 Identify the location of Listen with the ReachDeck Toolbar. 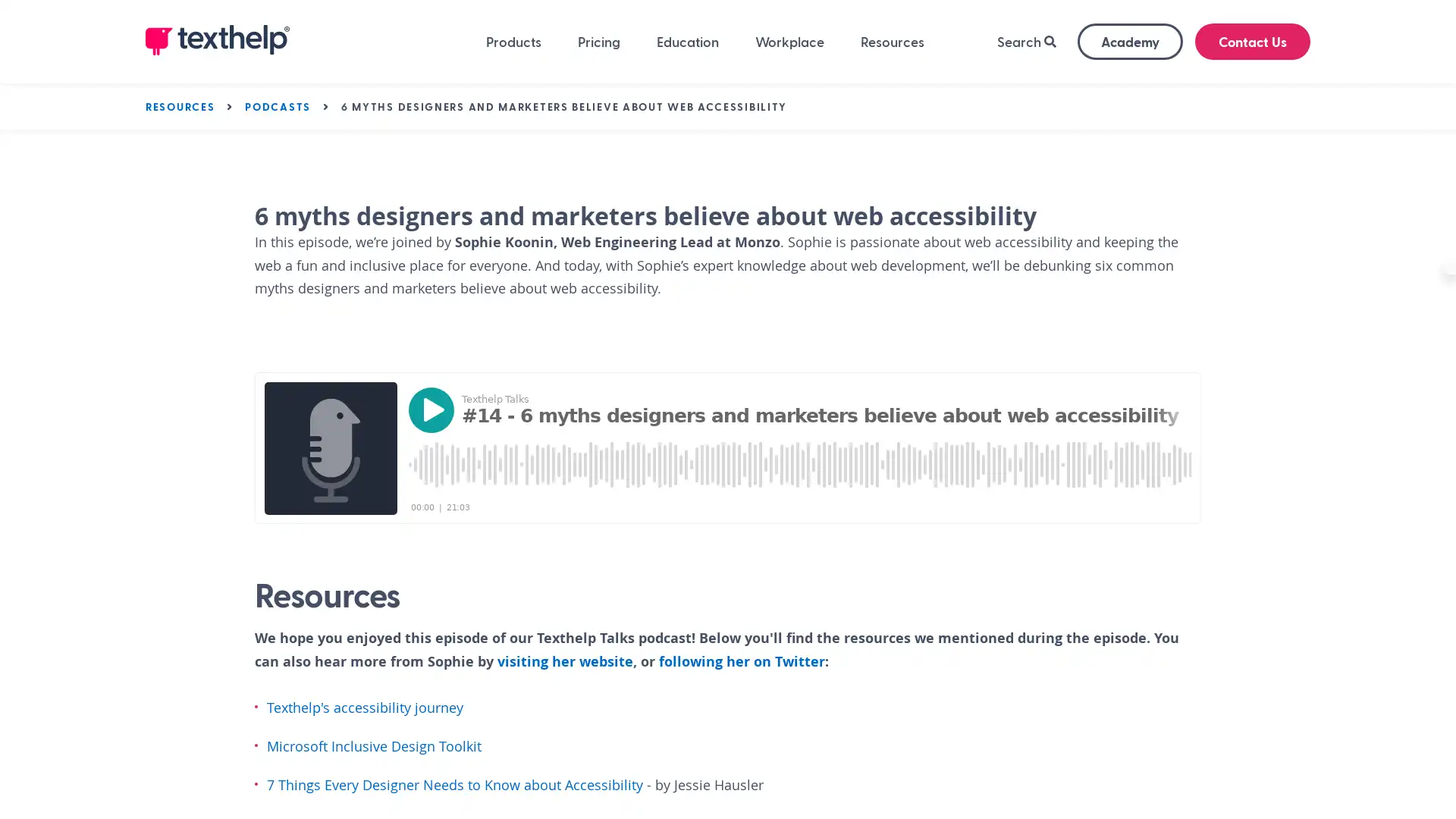
(1395, 284).